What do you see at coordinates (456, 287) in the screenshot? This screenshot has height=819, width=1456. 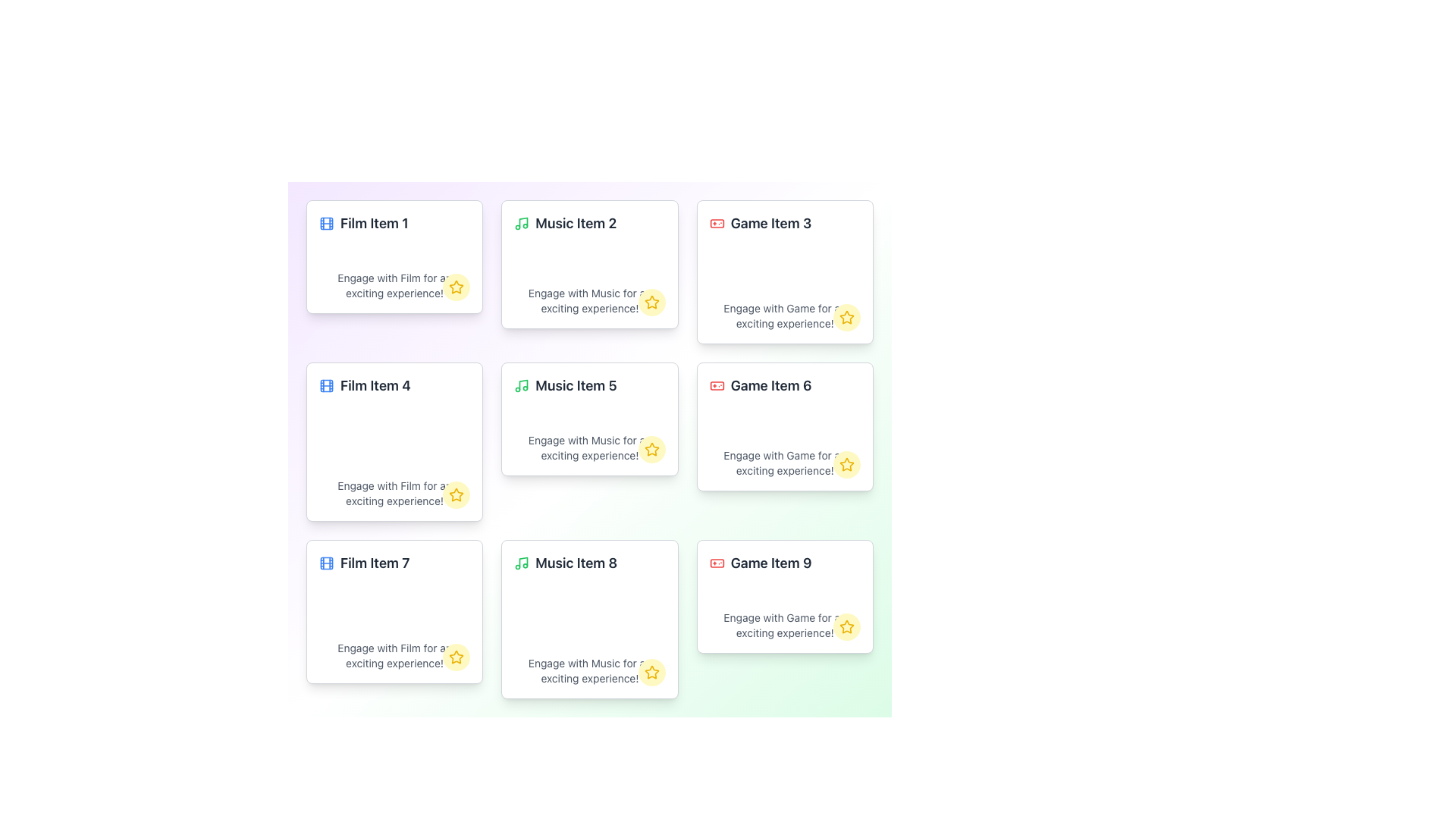 I see `the star icon in the lower-right corner of the card labeled 'Film Item 1'` at bounding box center [456, 287].